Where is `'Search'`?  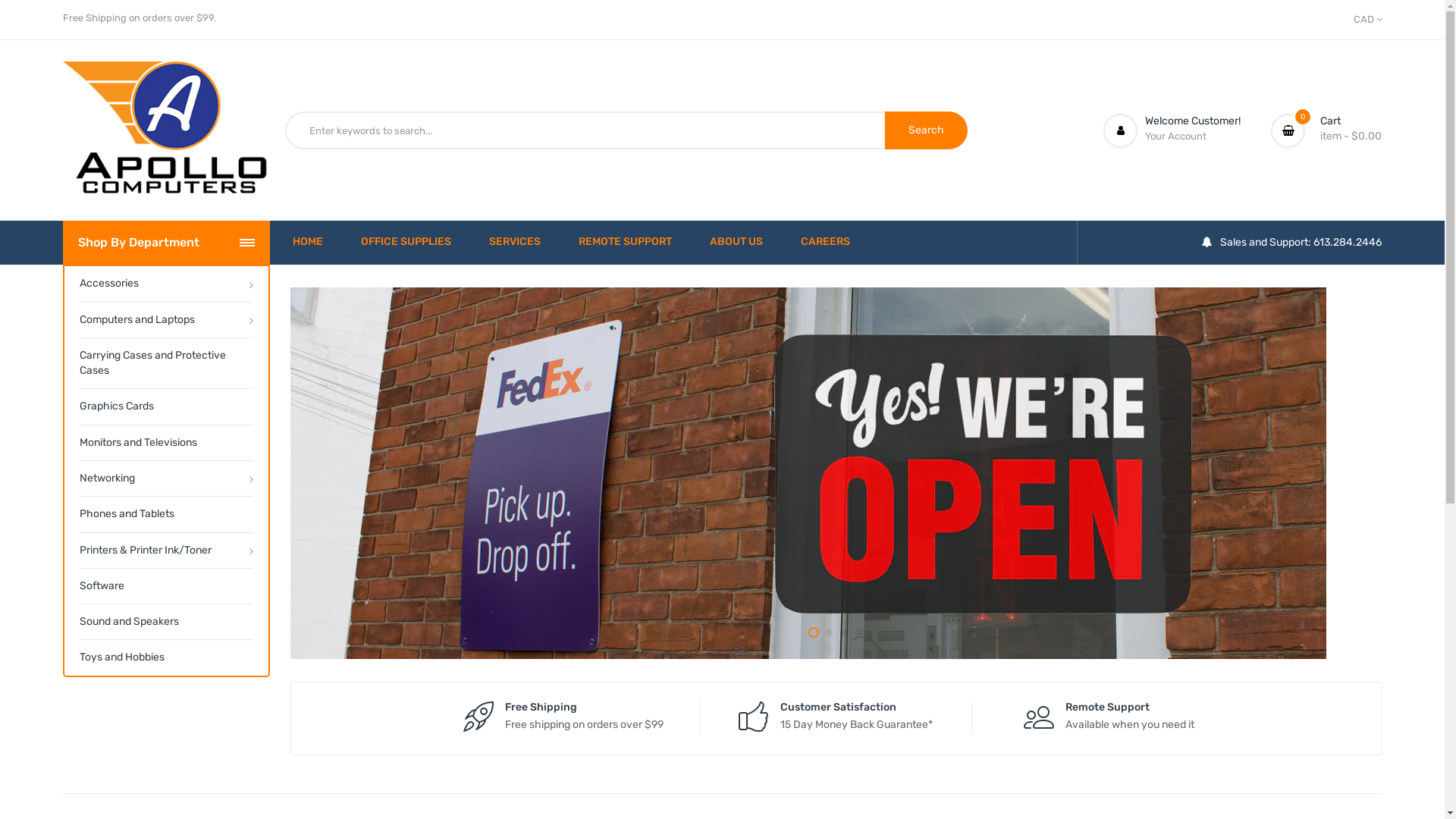 'Search' is located at coordinates (884, 130).